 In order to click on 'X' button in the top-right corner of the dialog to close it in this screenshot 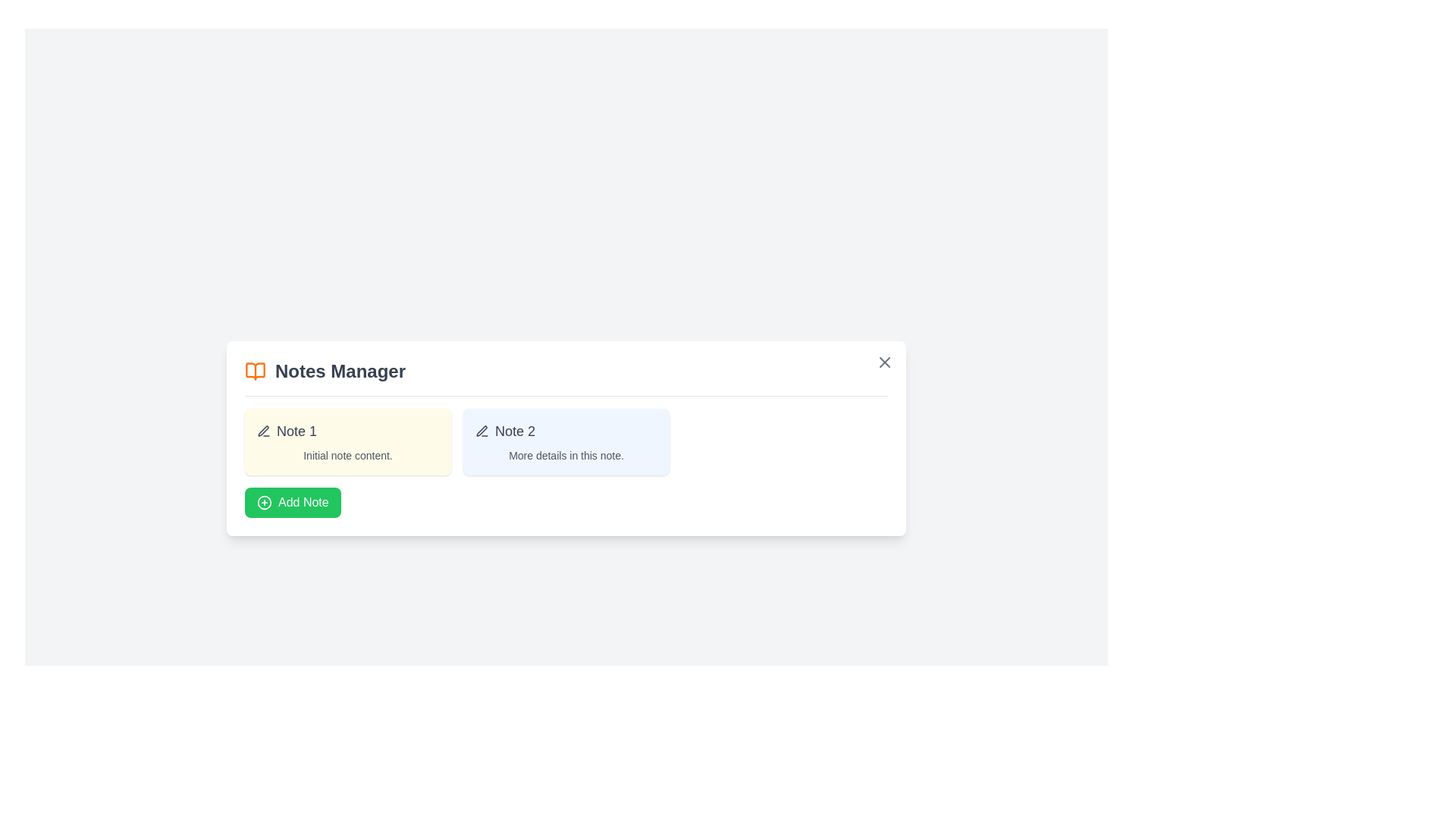, I will do `click(884, 362)`.